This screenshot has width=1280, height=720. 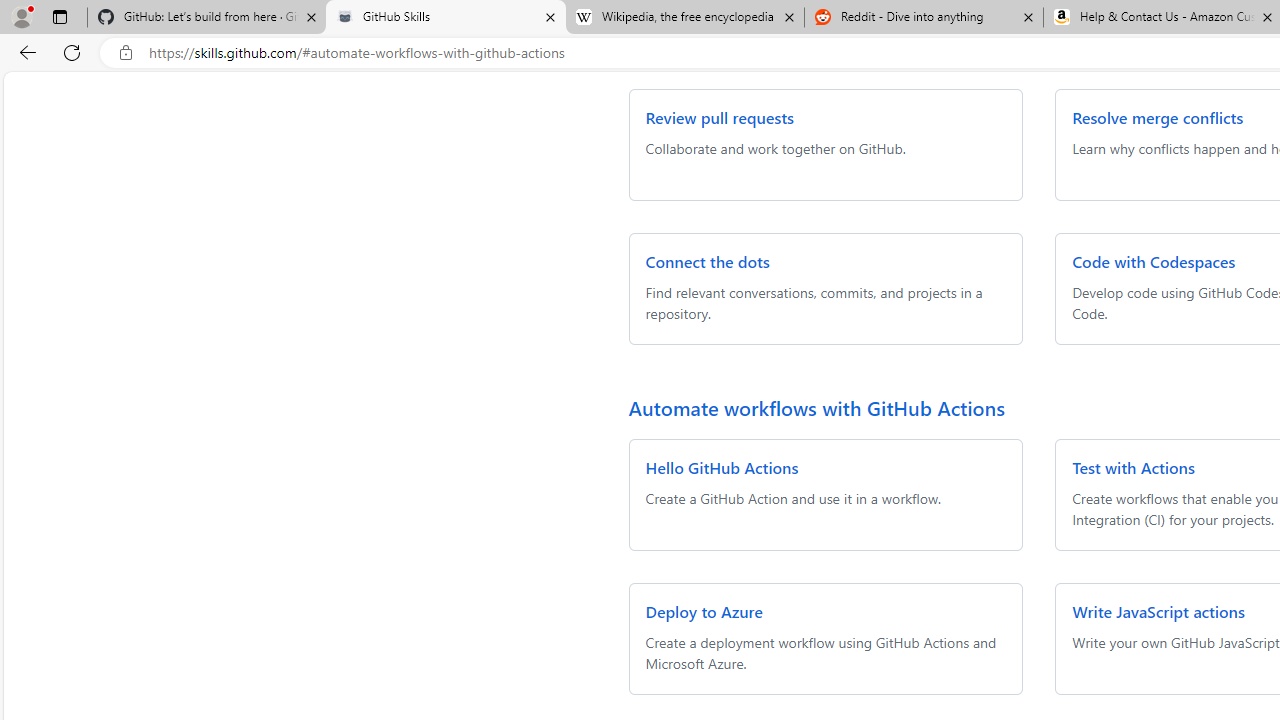 What do you see at coordinates (1158, 117) in the screenshot?
I see `'Resolve merge conflicts'` at bounding box center [1158, 117].